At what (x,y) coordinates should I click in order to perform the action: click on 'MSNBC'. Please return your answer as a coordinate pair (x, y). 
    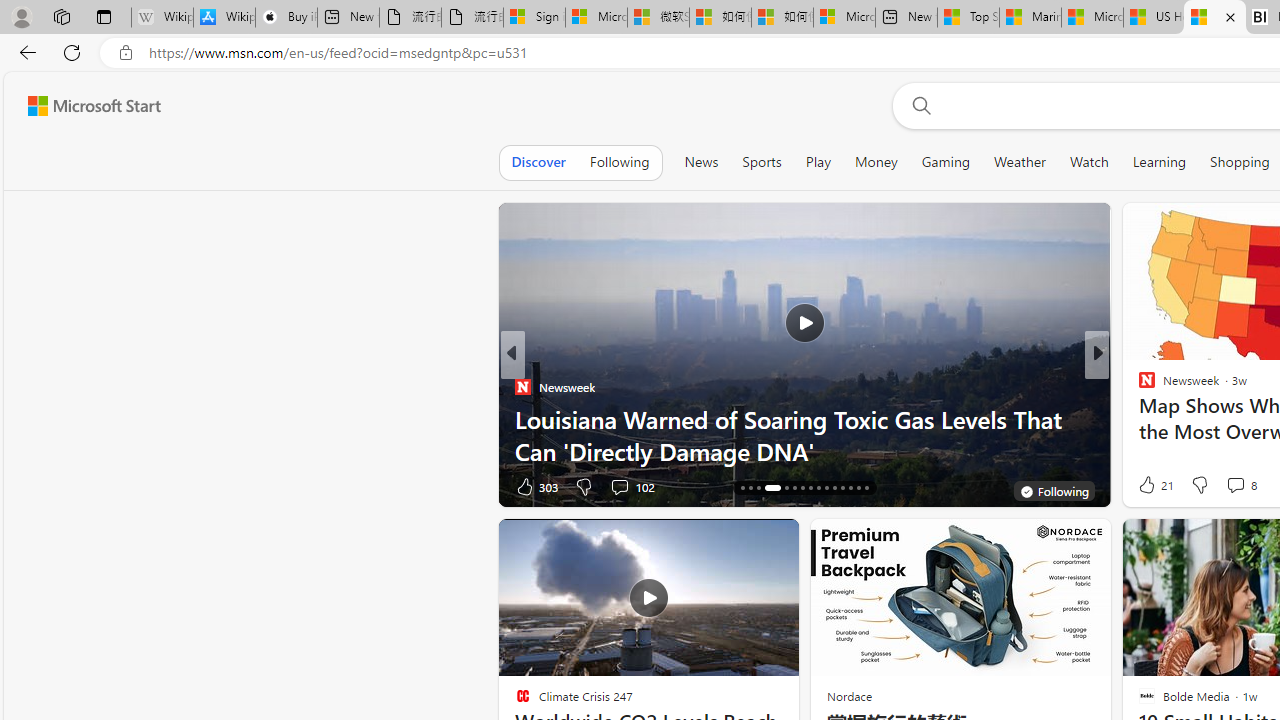
    Looking at the image, I should click on (1138, 387).